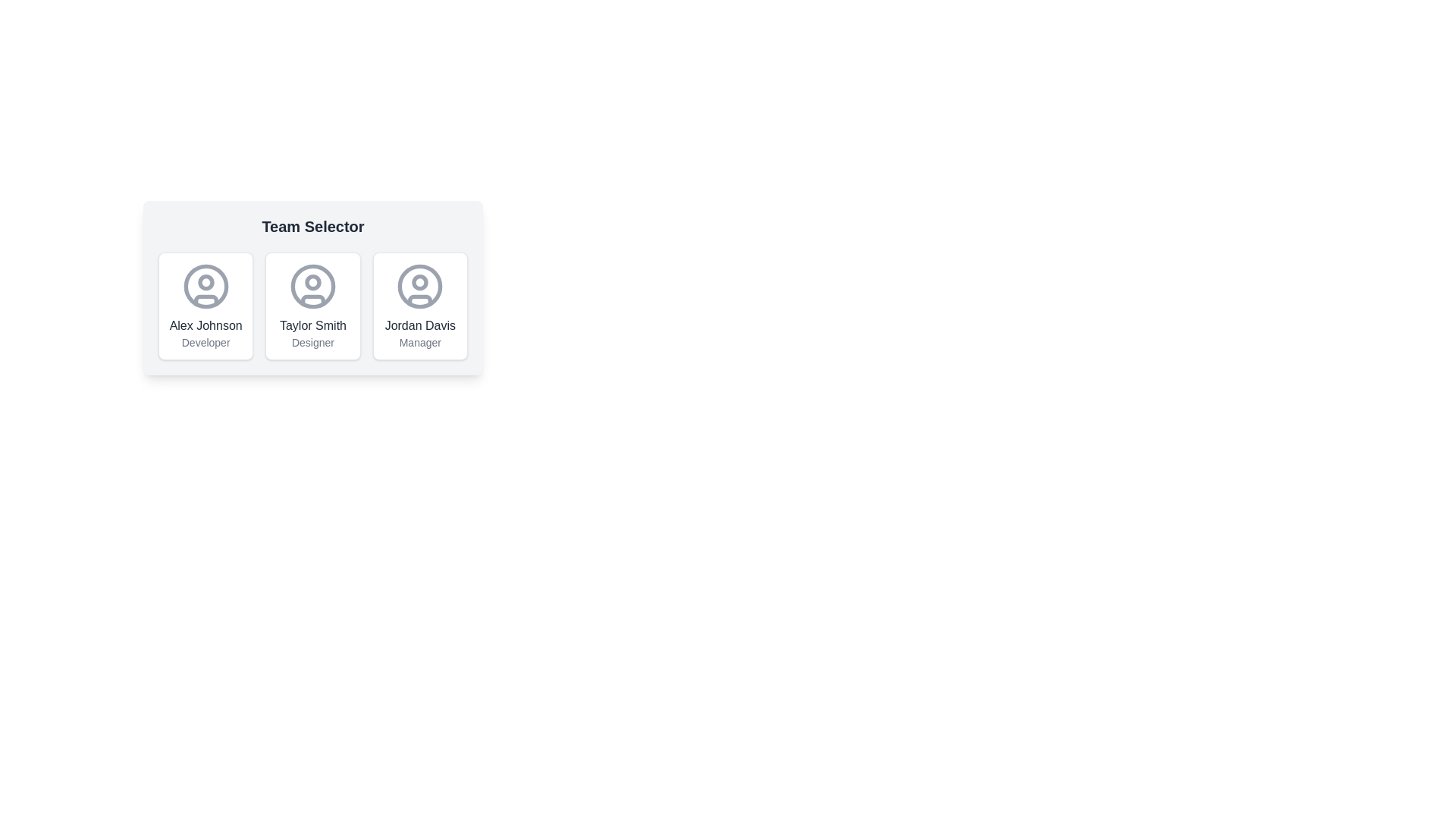 The image size is (1456, 819). What do you see at coordinates (420, 342) in the screenshot?
I see `the 'Manager' text label element located at the bottom section of Jordan Davis's card, which is centrally aligned within the card` at bounding box center [420, 342].